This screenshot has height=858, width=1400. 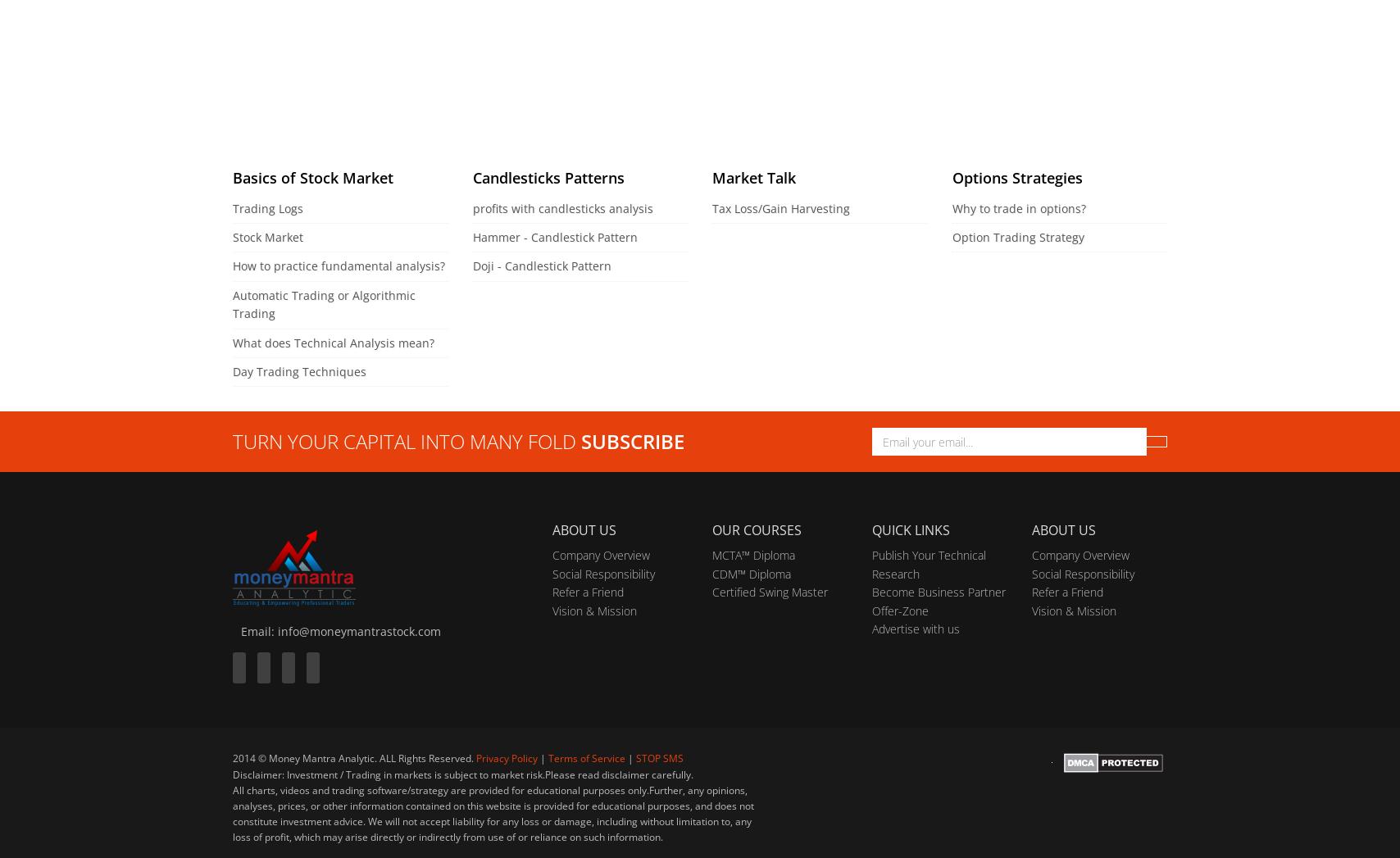 I want to click on 'STOP SMS', so click(x=635, y=758).